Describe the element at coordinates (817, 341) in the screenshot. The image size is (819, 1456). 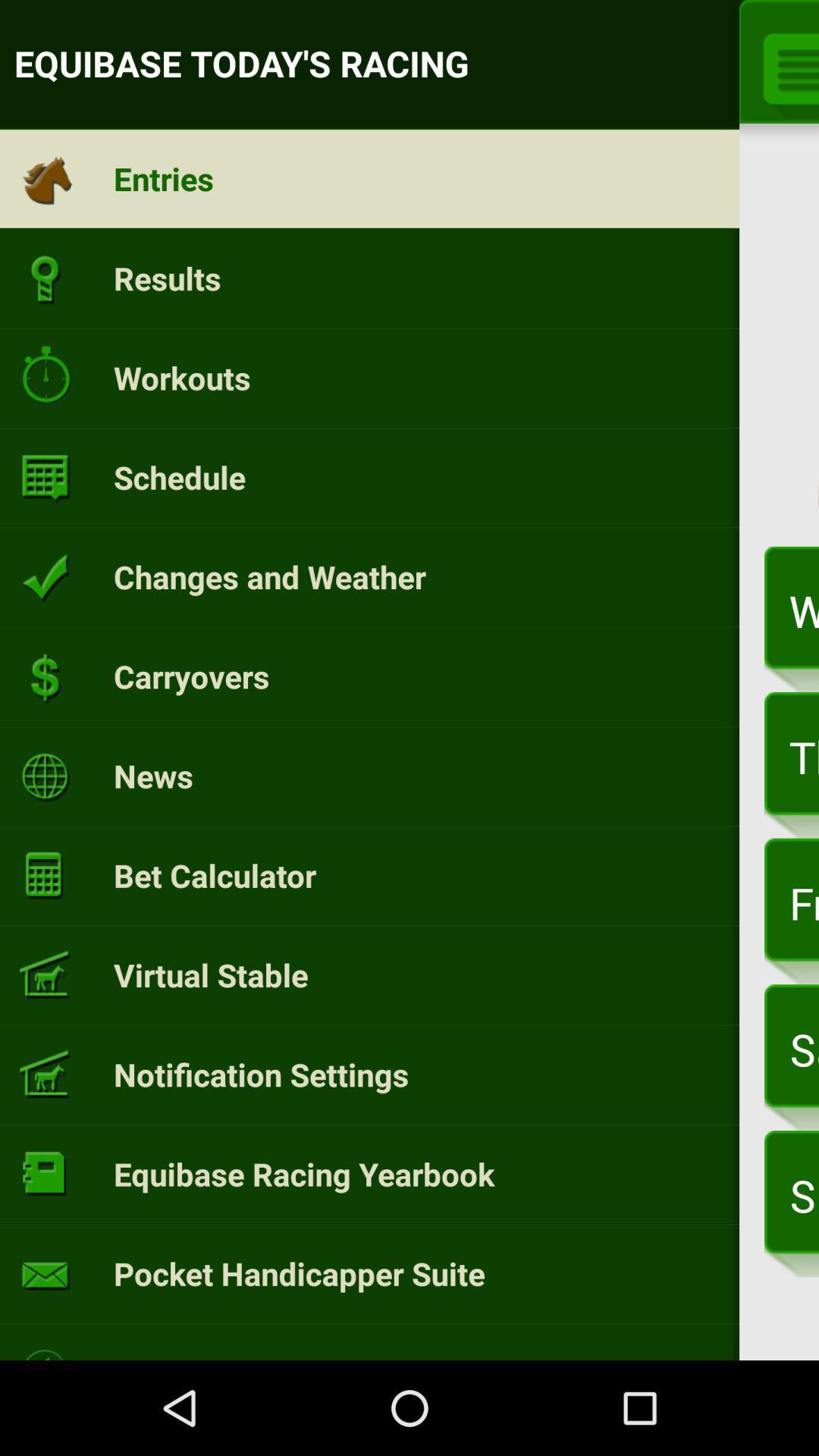
I see `app next to today item` at that location.